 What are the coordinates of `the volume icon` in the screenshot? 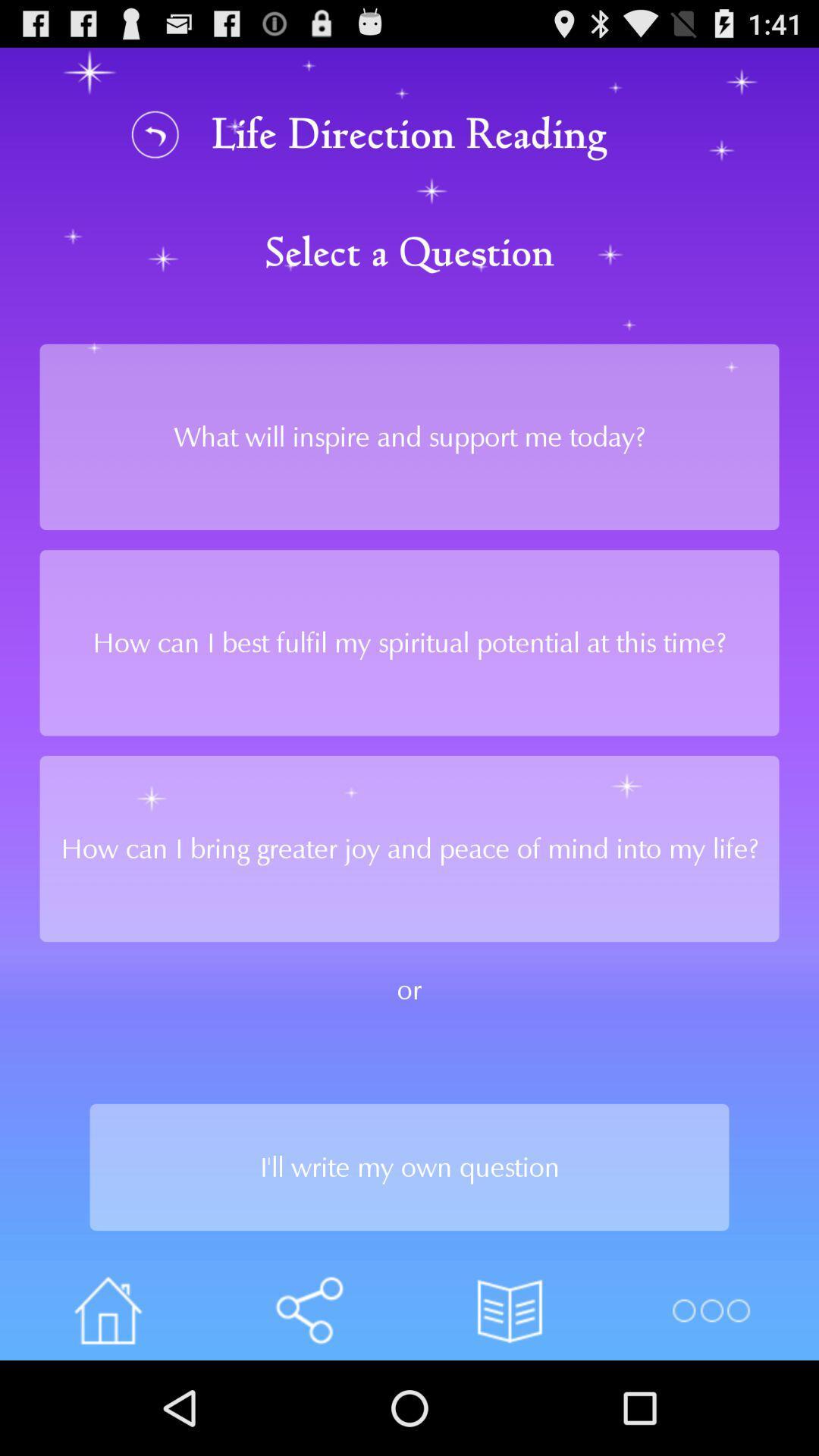 It's located at (308, 1401).